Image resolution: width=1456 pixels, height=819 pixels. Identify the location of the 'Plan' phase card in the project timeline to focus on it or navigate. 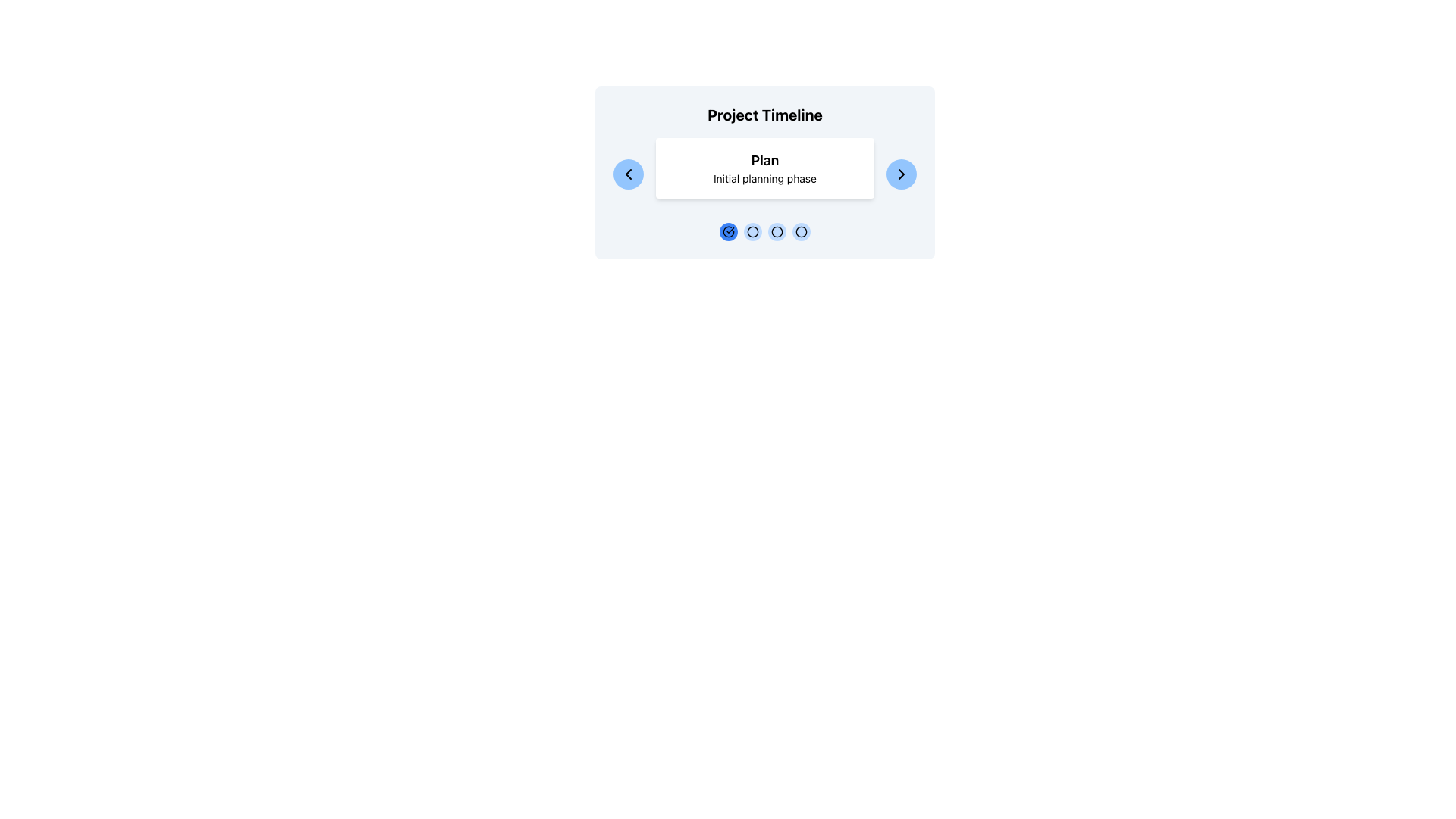
(764, 174).